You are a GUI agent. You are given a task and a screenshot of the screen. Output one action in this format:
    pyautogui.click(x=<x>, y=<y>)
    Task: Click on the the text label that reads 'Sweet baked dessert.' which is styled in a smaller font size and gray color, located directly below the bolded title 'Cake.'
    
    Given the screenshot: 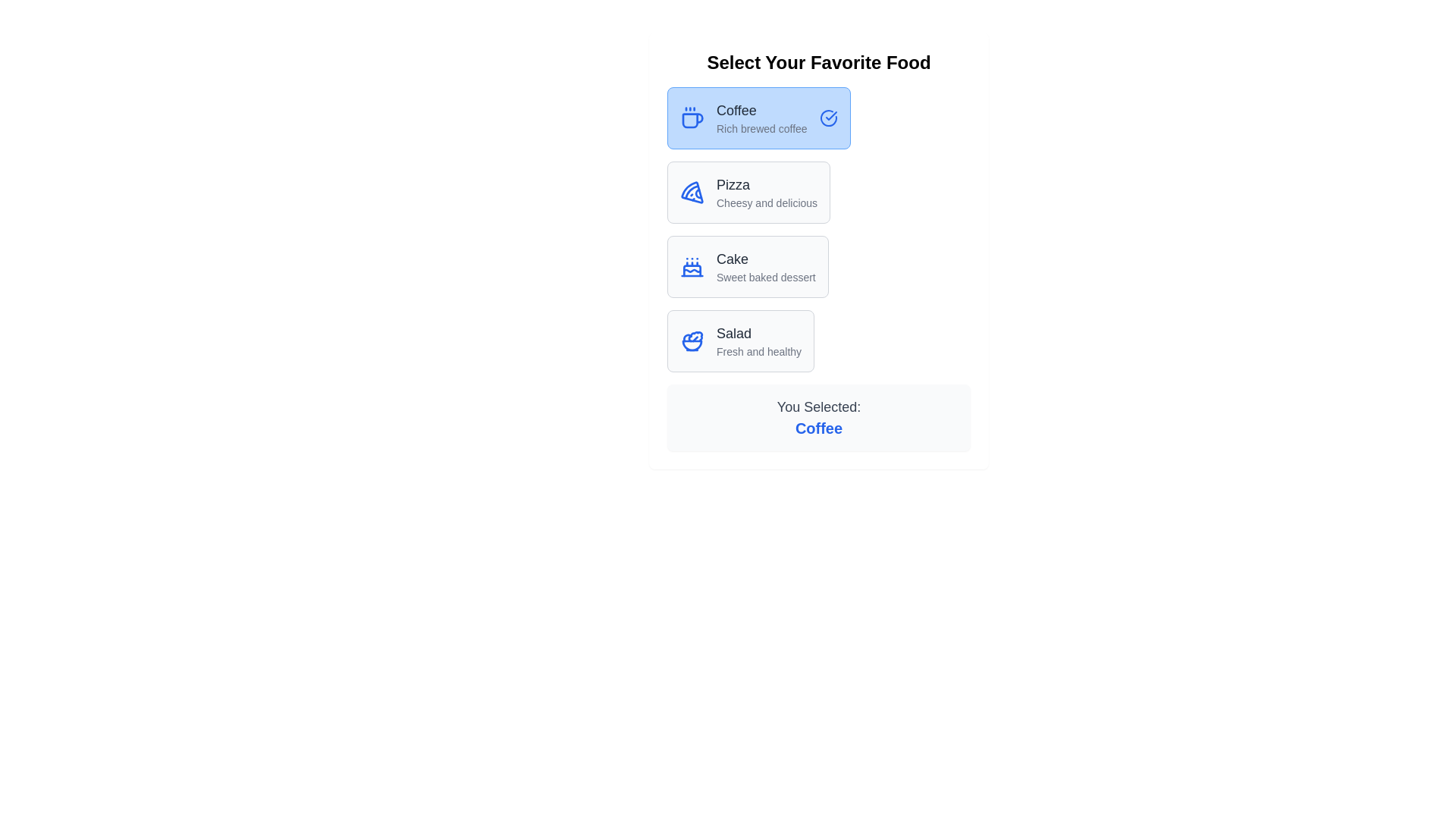 What is the action you would take?
    pyautogui.click(x=766, y=278)
    